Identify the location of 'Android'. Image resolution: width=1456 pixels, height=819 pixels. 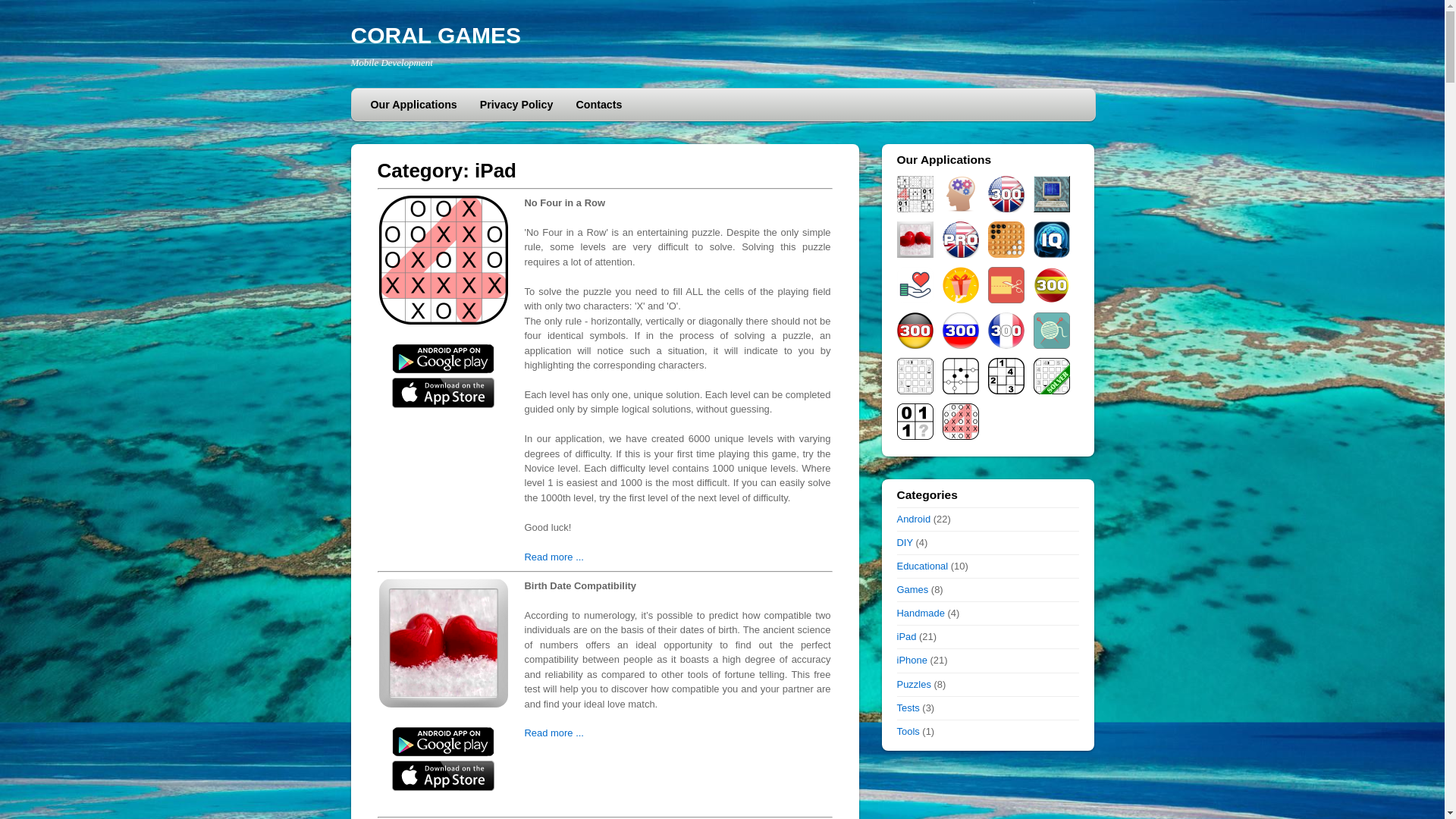
(912, 518).